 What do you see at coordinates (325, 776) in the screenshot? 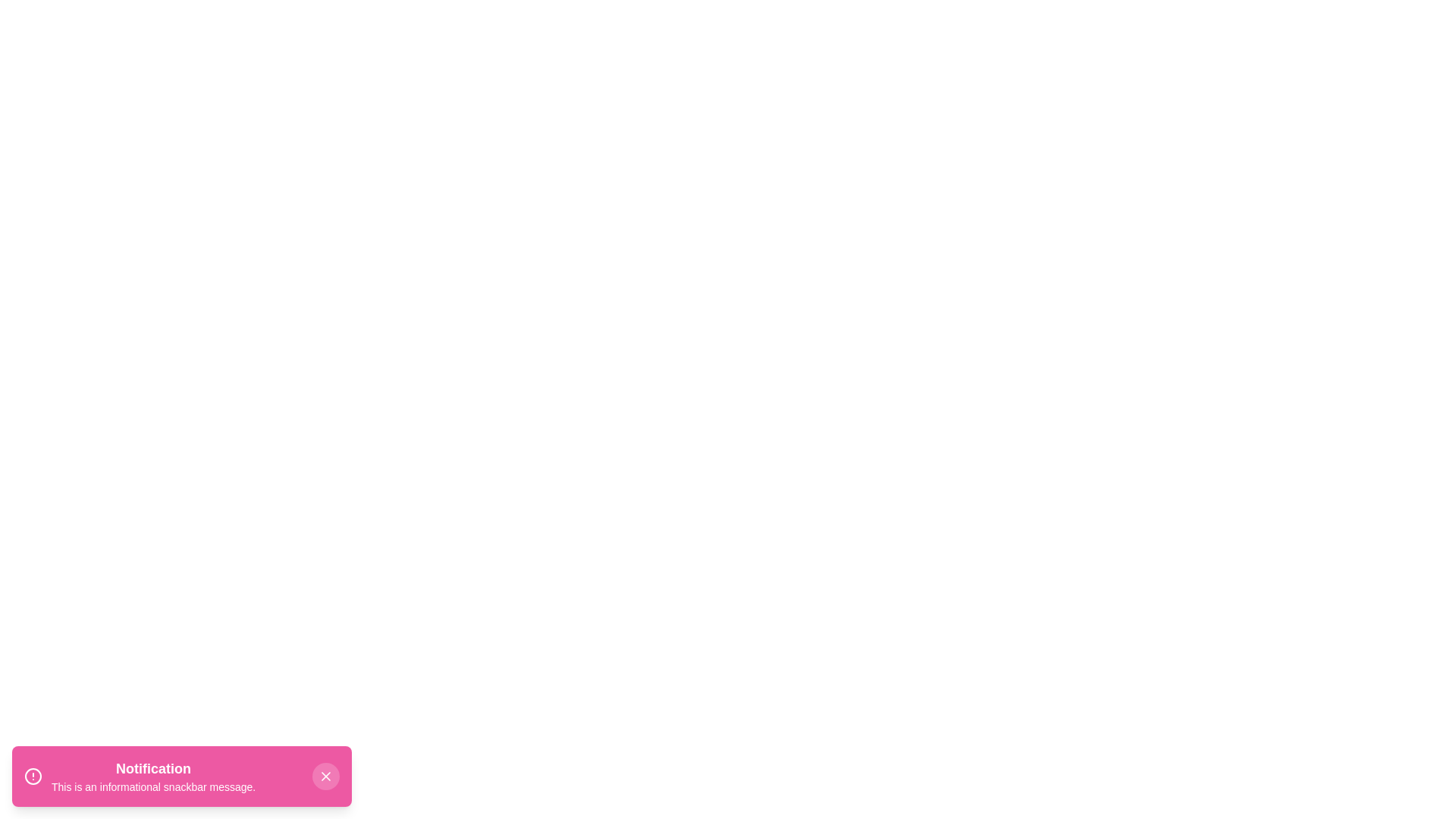
I see `the close button to dismiss the snackbar` at bounding box center [325, 776].